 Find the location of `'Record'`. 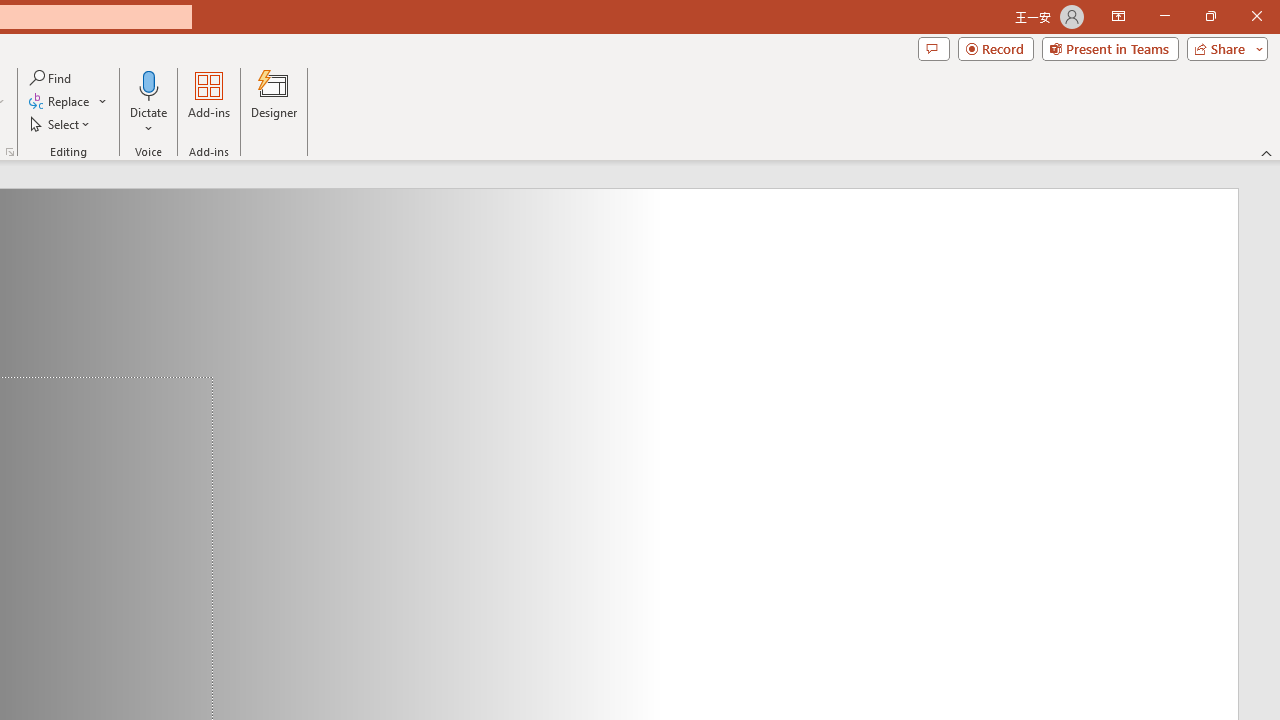

'Record' is located at coordinates (995, 47).